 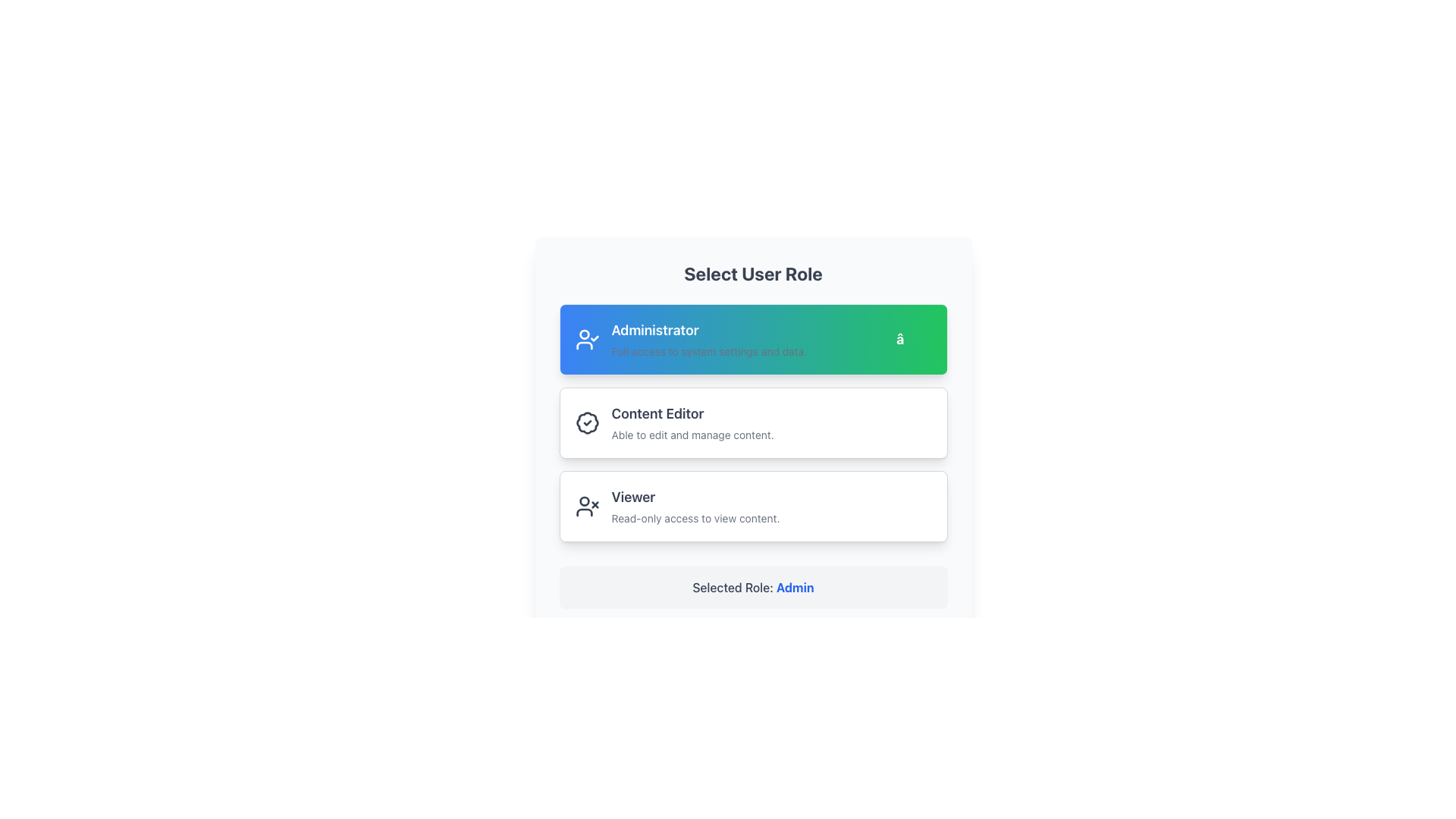 What do you see at coordinates (657, 413) in the screenshot?
I see `the 'Content Editor' title text label, which identifies the role to the user in the role selection interface` at bounding box center [657, 413].